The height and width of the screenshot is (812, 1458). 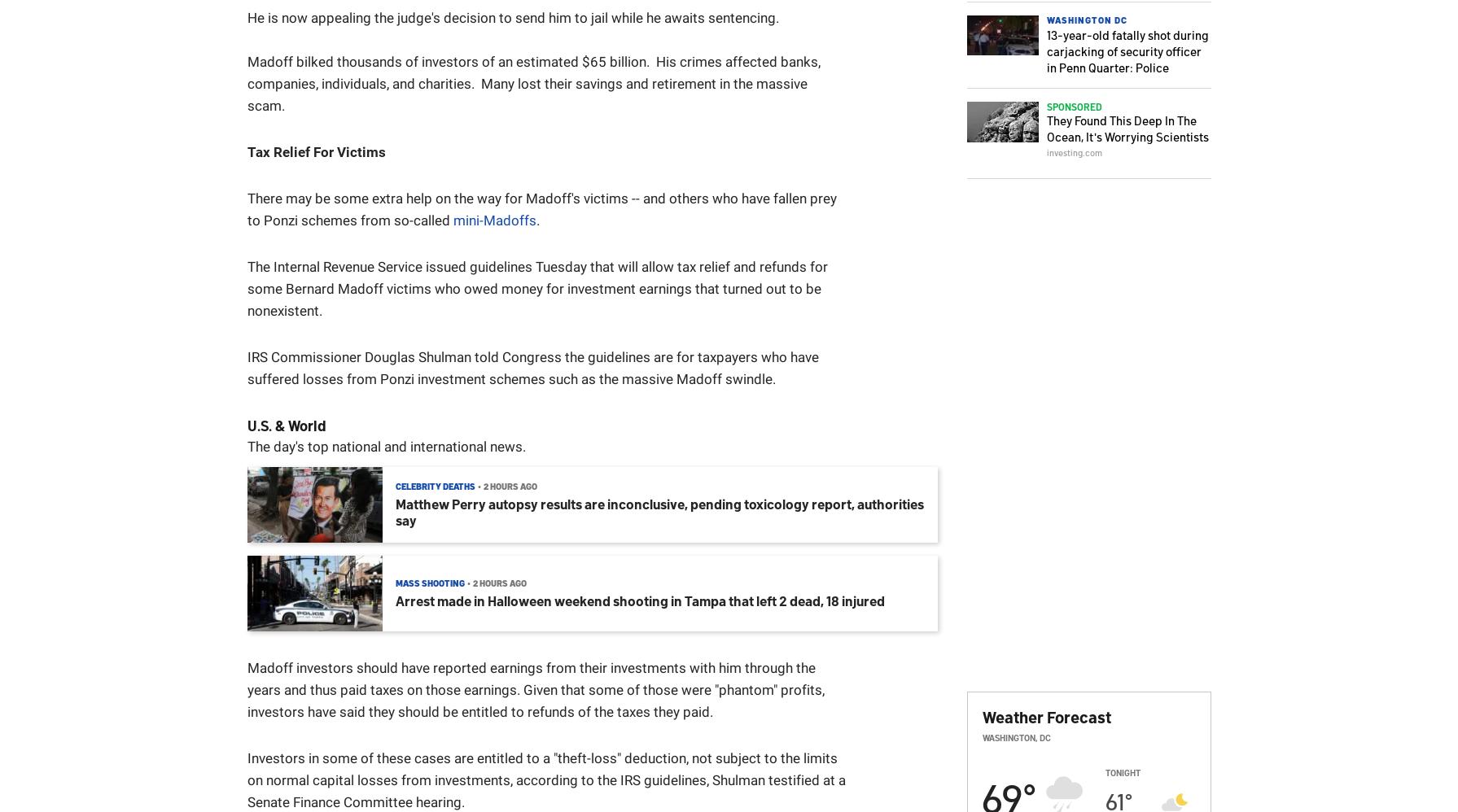 I want to click on '.', so click(x=538, y=219).